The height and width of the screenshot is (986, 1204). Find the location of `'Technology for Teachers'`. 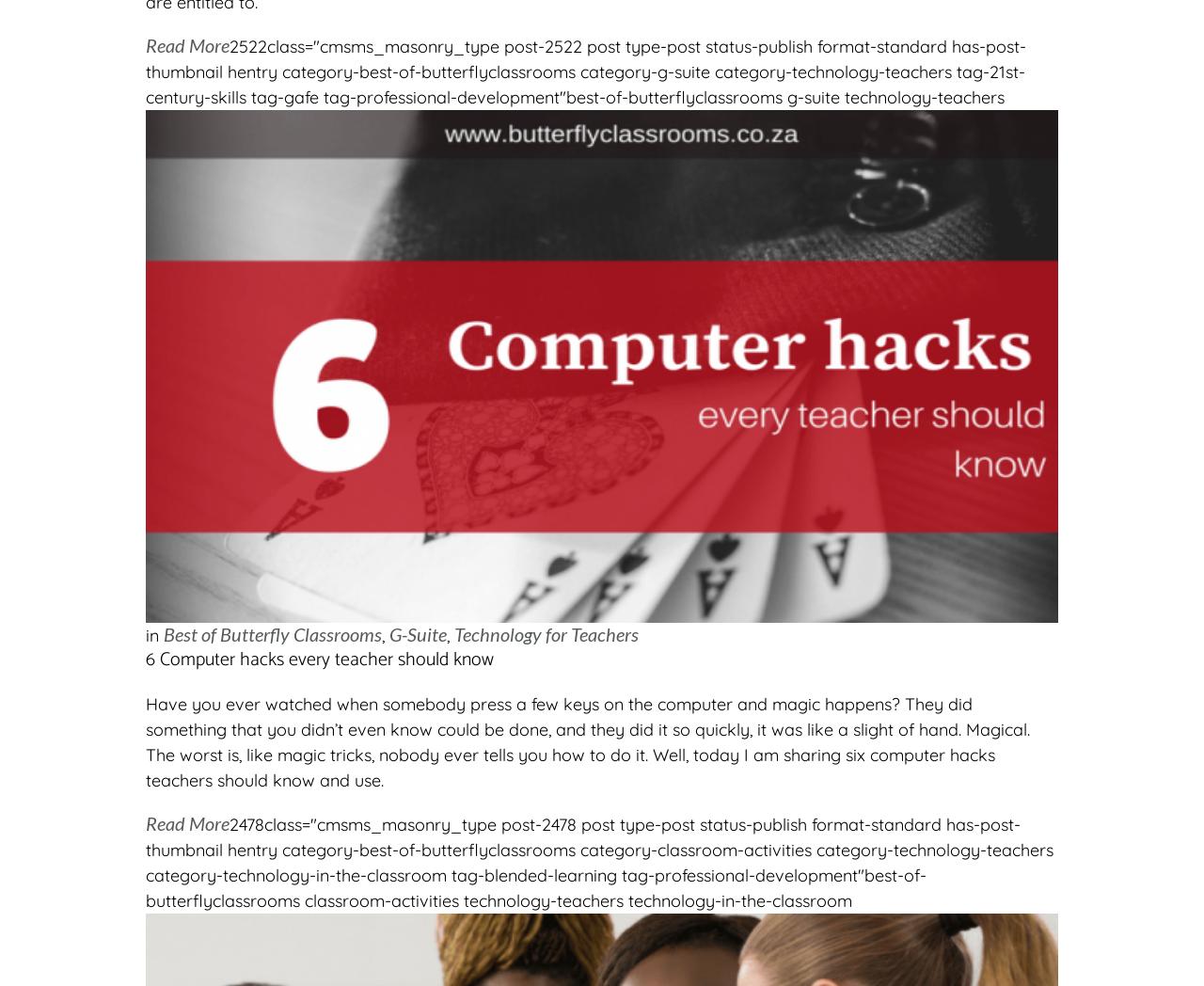

'Technology for Teachers' is located at coordinates (453, 633).